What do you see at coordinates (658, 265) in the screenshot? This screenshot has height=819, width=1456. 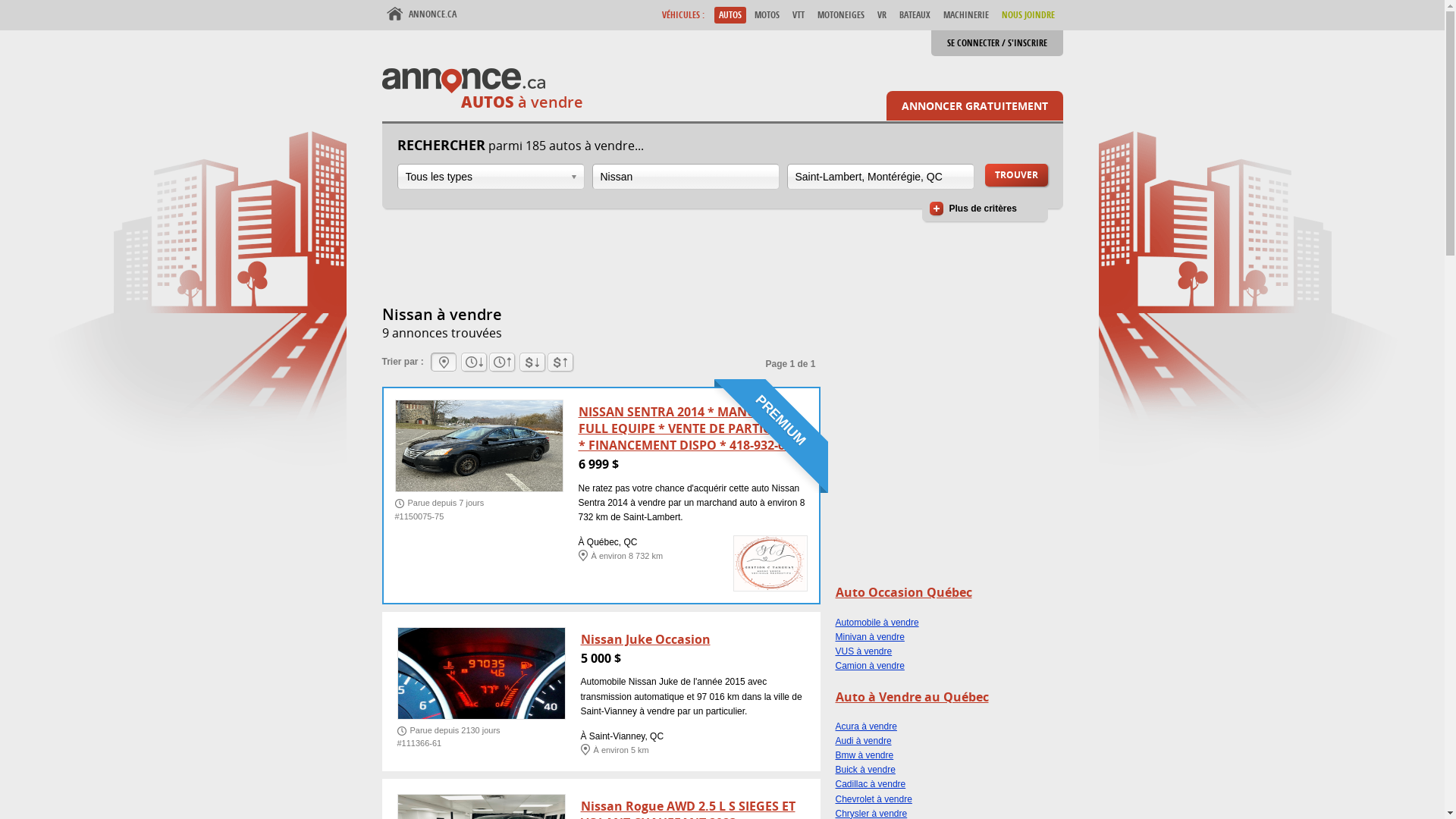 I see `'Advertisement'` at bounding box center [658, 265].